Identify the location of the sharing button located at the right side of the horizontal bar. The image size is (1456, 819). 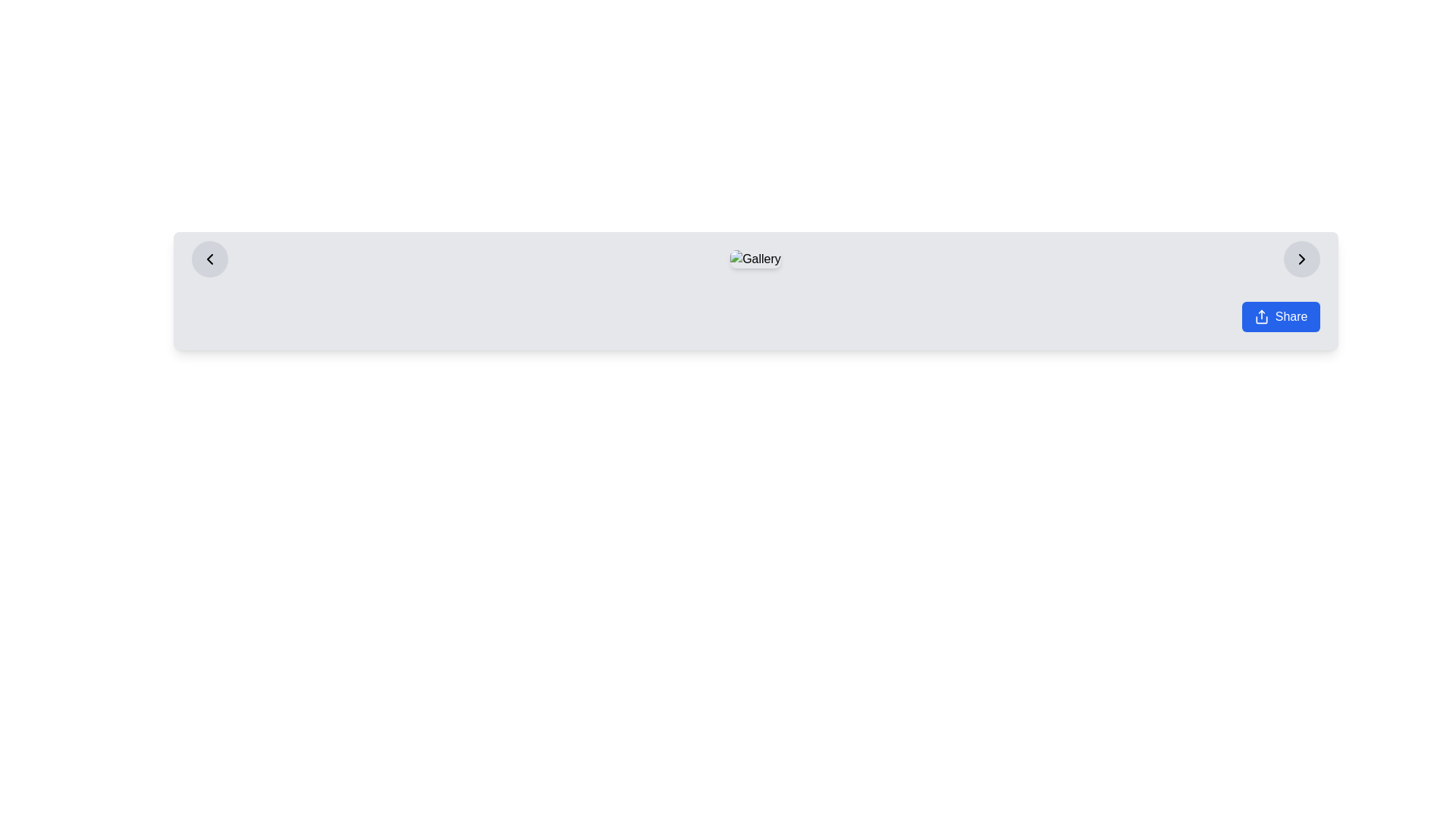
(1280, 315).